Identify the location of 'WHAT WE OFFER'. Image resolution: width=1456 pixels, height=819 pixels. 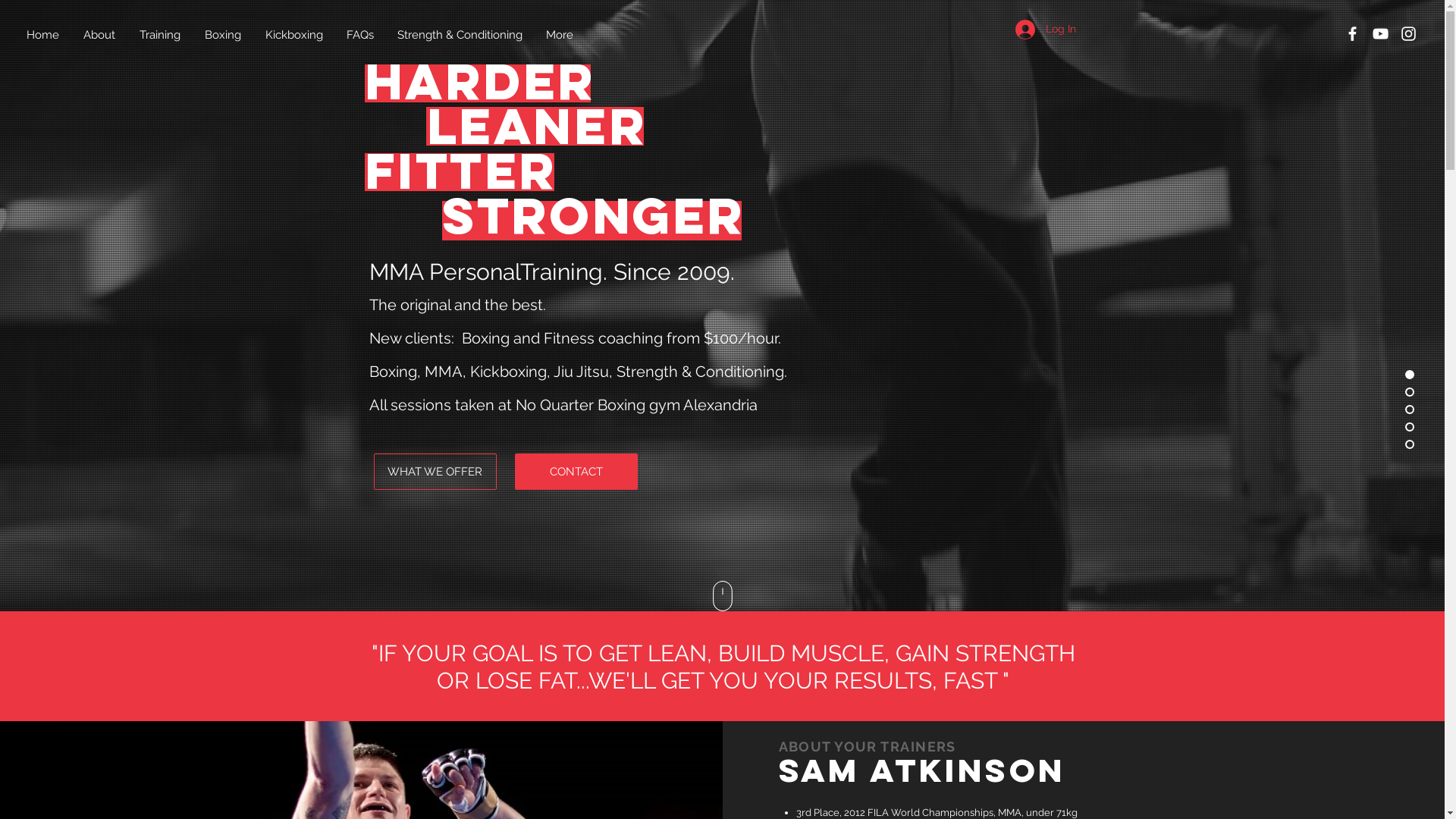
(372, 470).